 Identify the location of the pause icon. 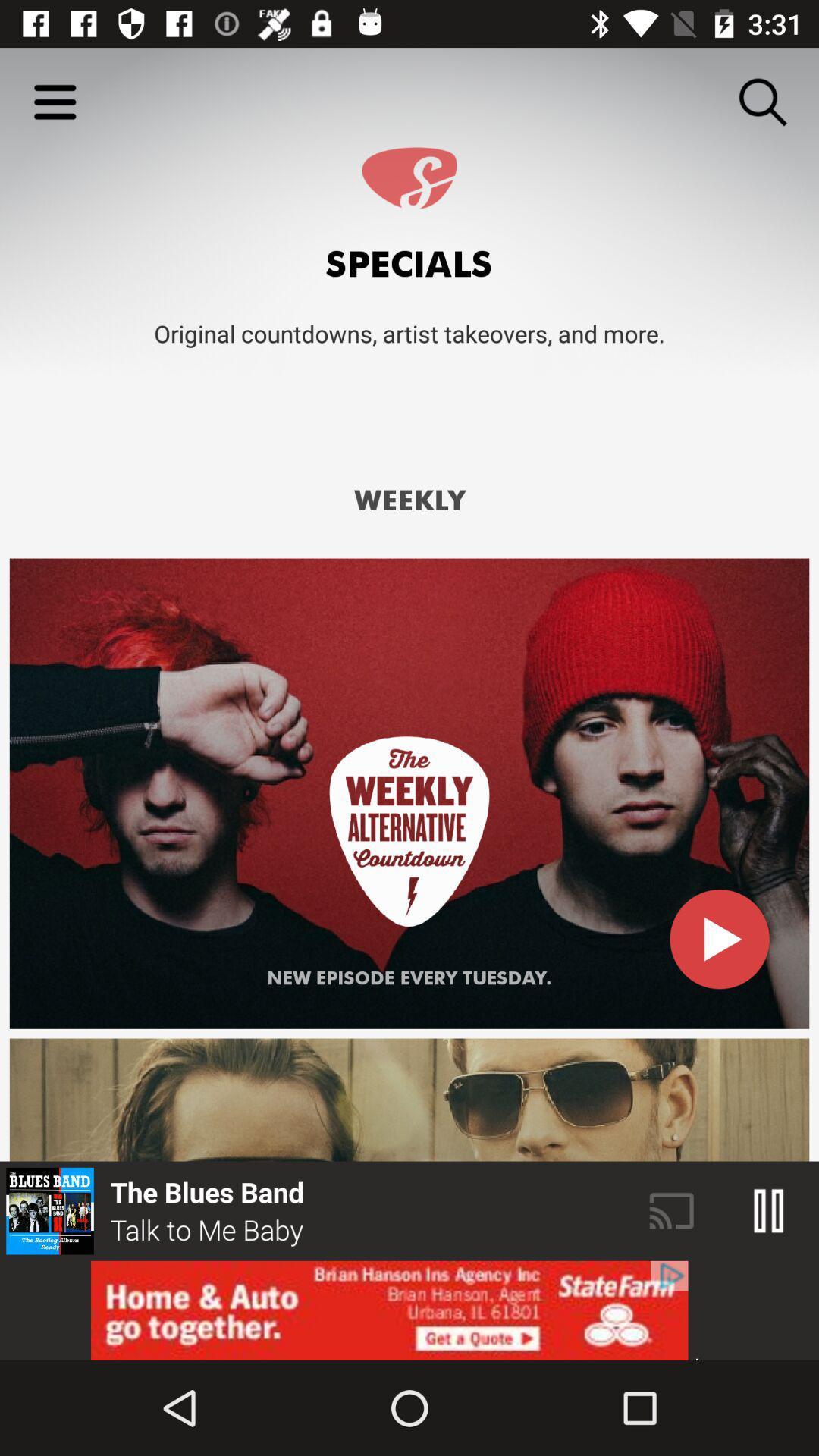
(769, 1210).